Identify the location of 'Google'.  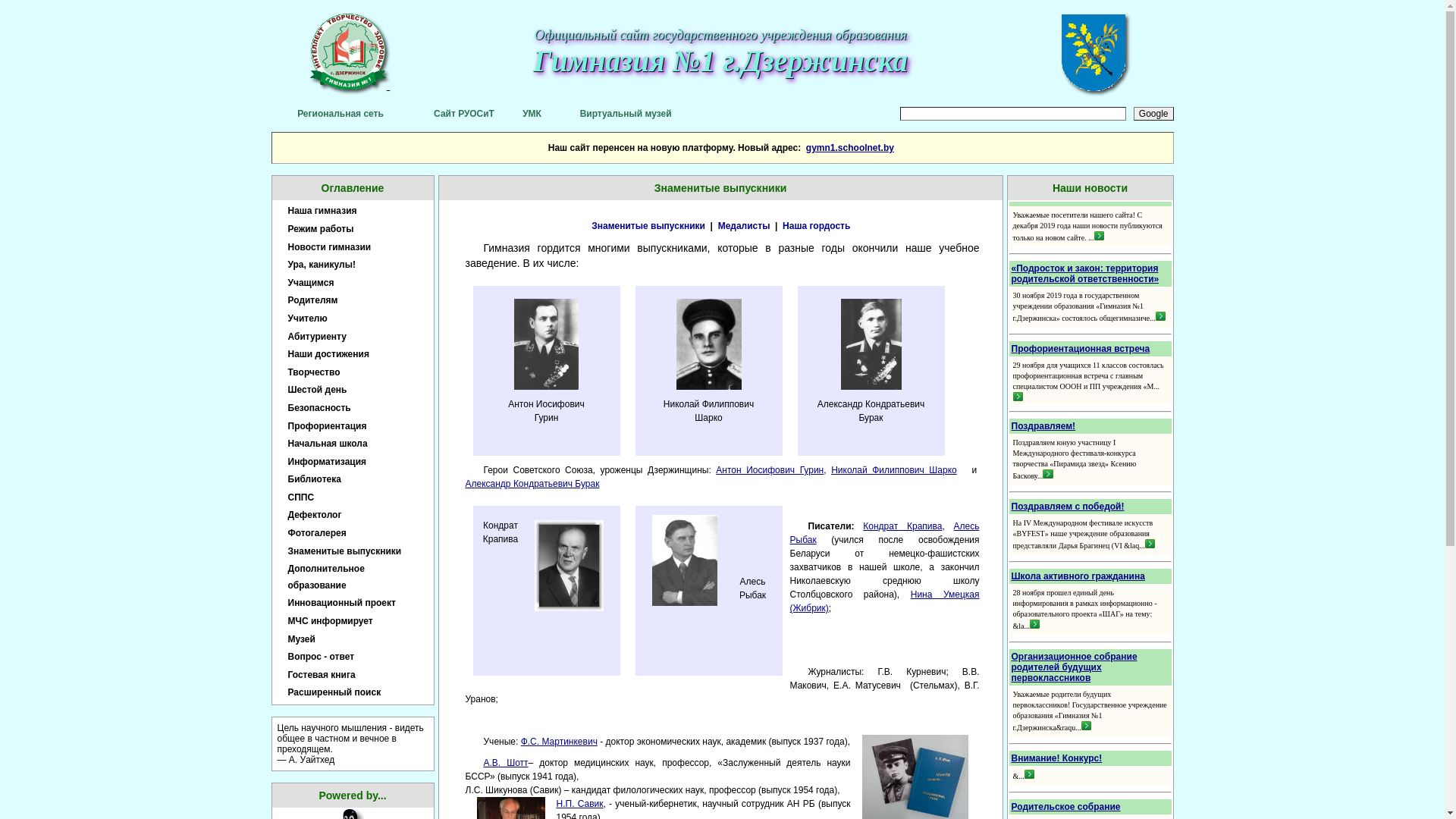
(1153, 113).